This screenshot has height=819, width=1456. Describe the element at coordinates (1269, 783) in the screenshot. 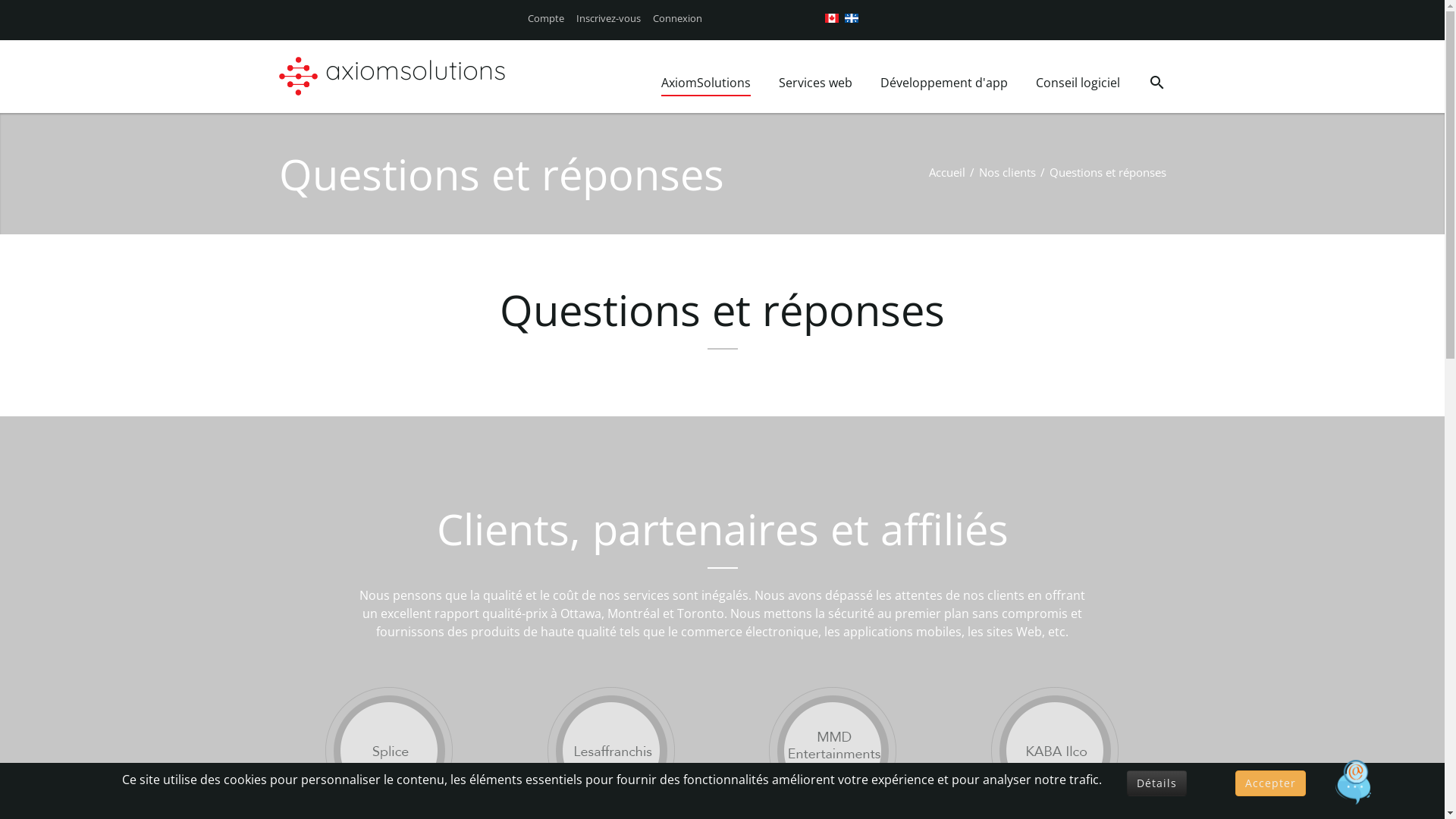

I see `'Accepter'` at that location.